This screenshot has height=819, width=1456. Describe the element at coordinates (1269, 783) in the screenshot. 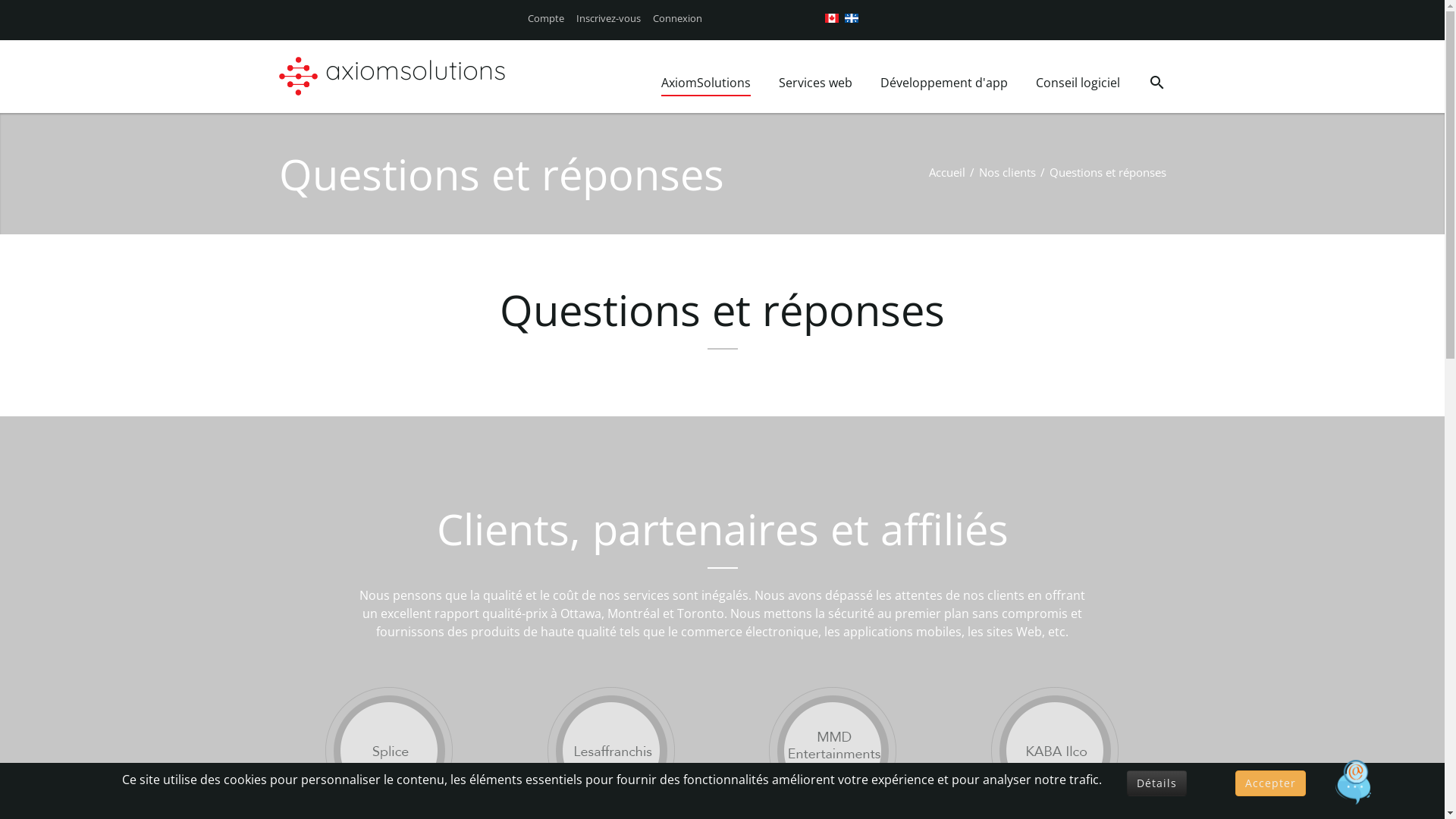

I see `'Accepter'` at that location.